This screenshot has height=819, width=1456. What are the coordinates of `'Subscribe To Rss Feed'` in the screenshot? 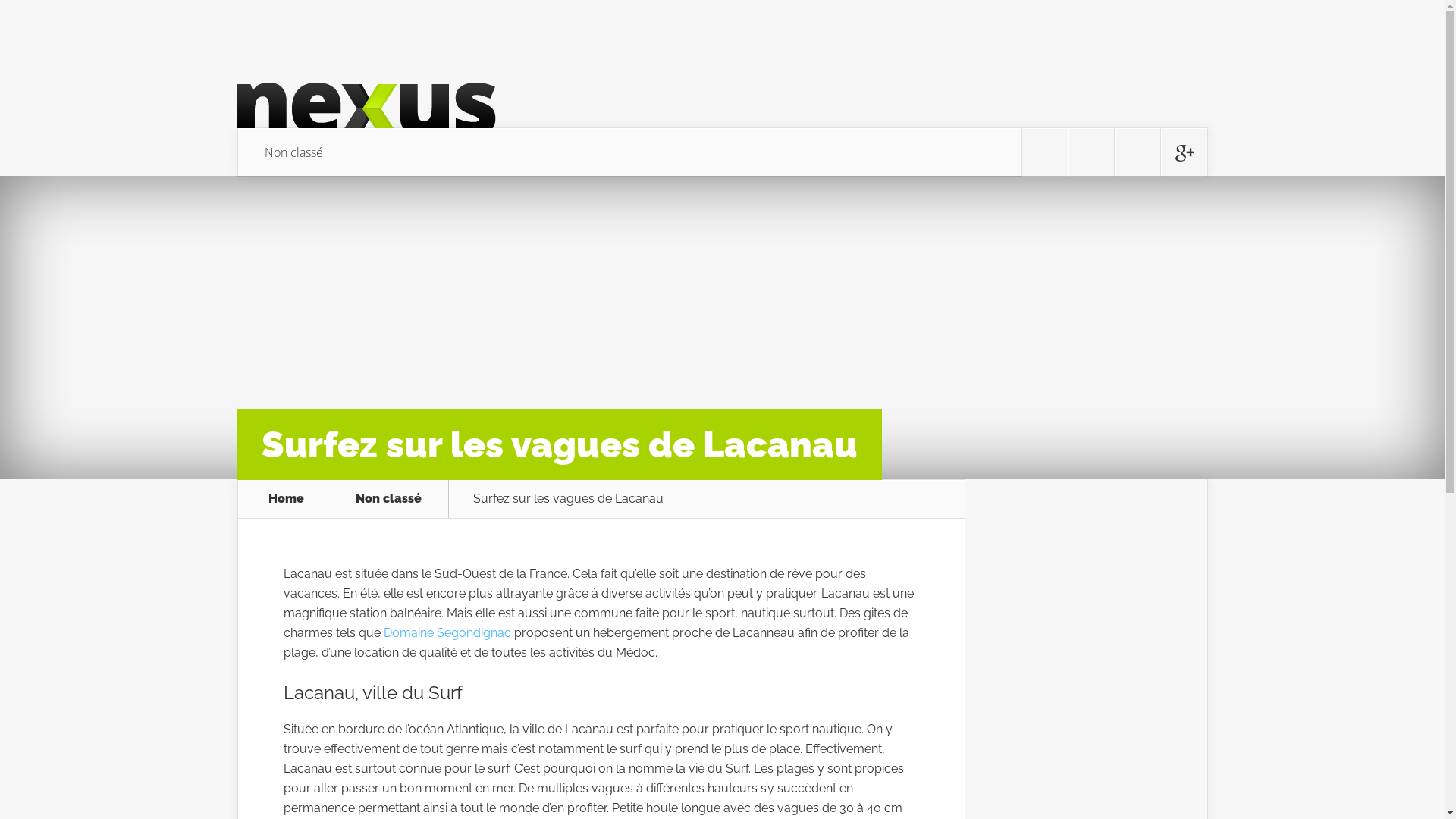 It's located at (1137, 152).